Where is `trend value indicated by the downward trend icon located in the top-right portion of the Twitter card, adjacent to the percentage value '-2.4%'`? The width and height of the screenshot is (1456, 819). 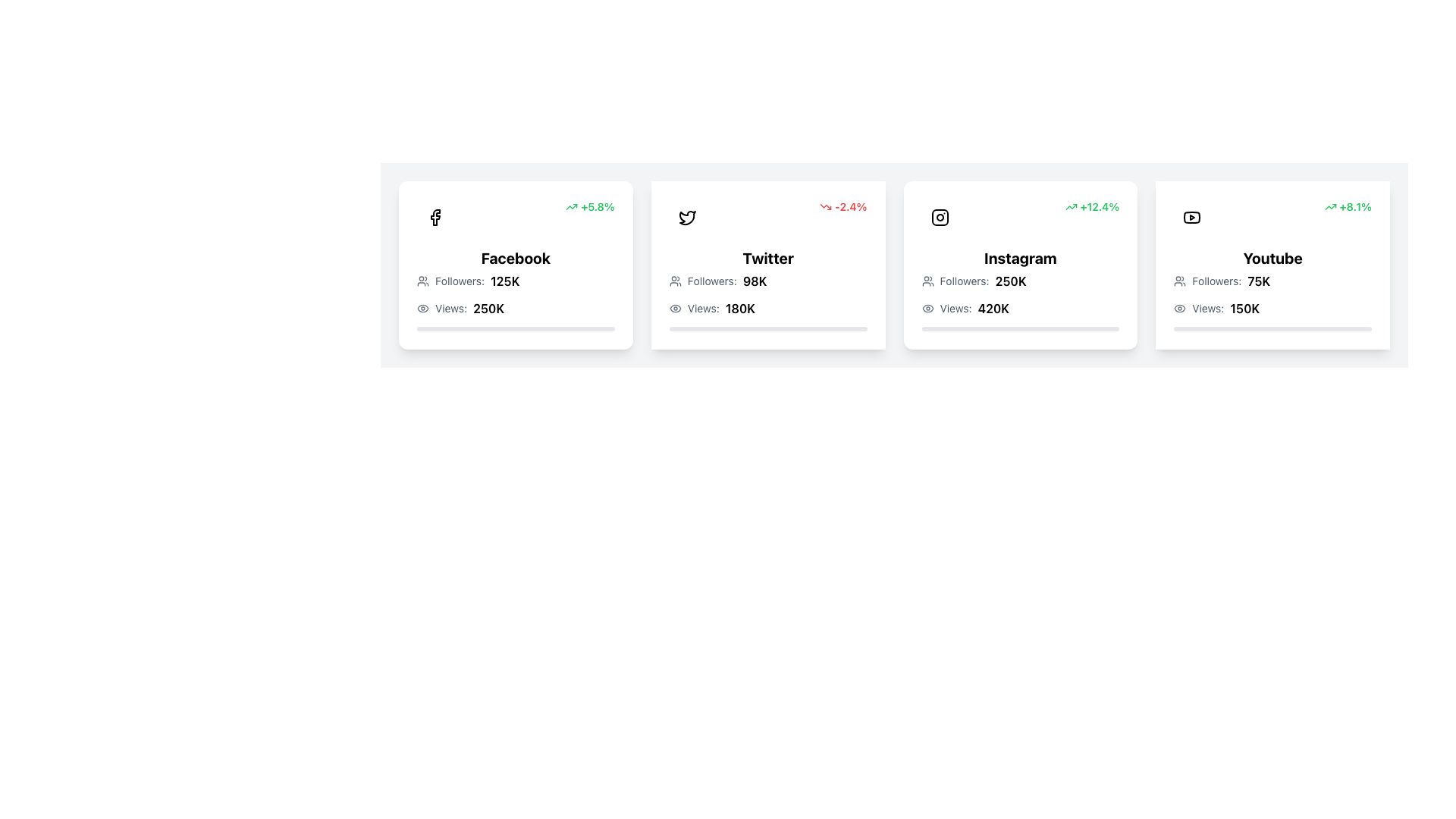
trend value indicated by the downward trend icon located in the top-right portion of the Twitter card, adjacent to the percentage value '-2.4%' is located at coordinates (825, 207).